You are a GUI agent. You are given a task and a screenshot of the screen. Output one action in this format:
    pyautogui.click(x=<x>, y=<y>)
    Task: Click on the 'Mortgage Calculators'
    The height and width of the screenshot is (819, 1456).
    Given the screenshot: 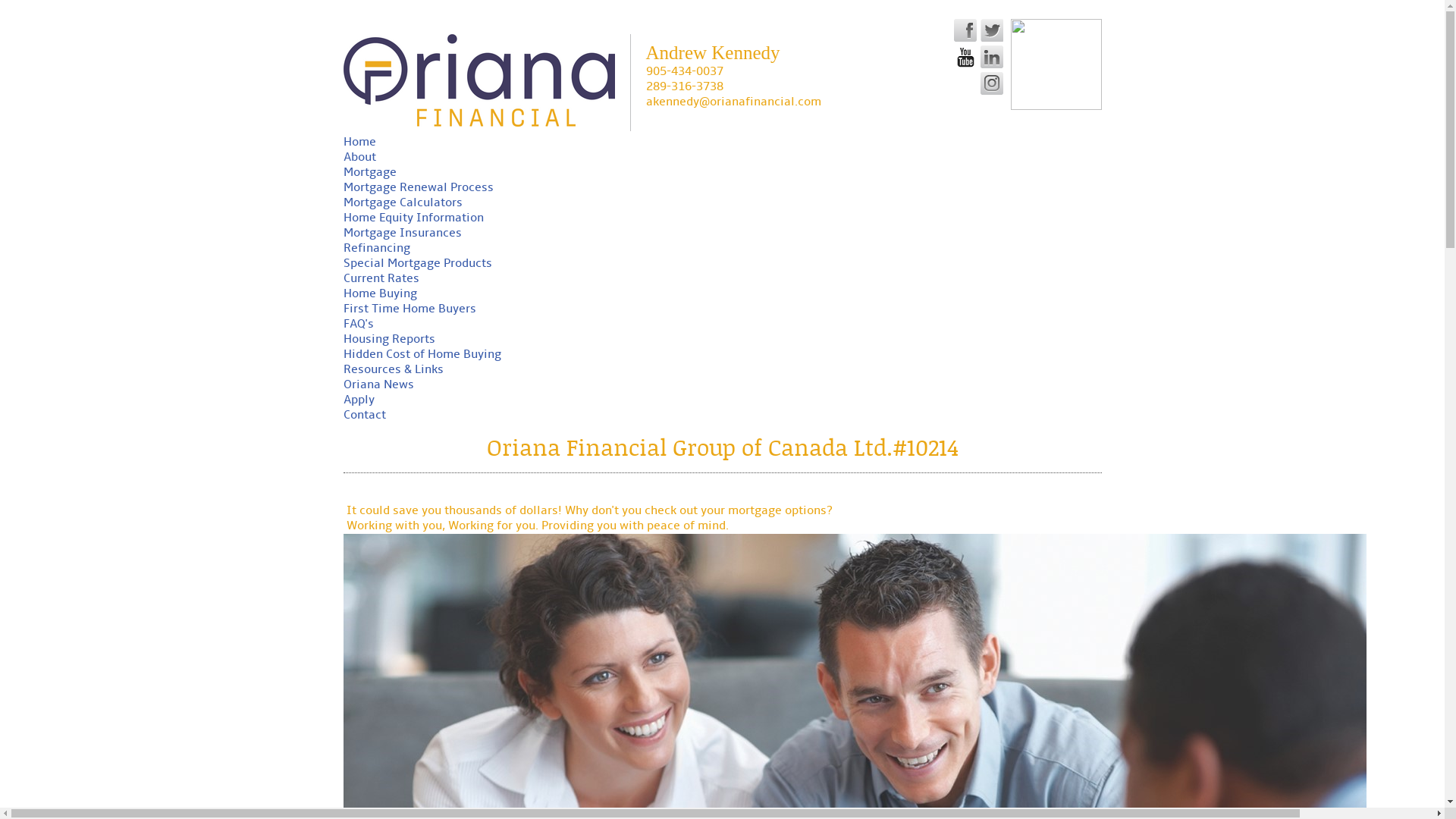 What is the action you would take?
    pyautogui.click(x=402, y=202)
    